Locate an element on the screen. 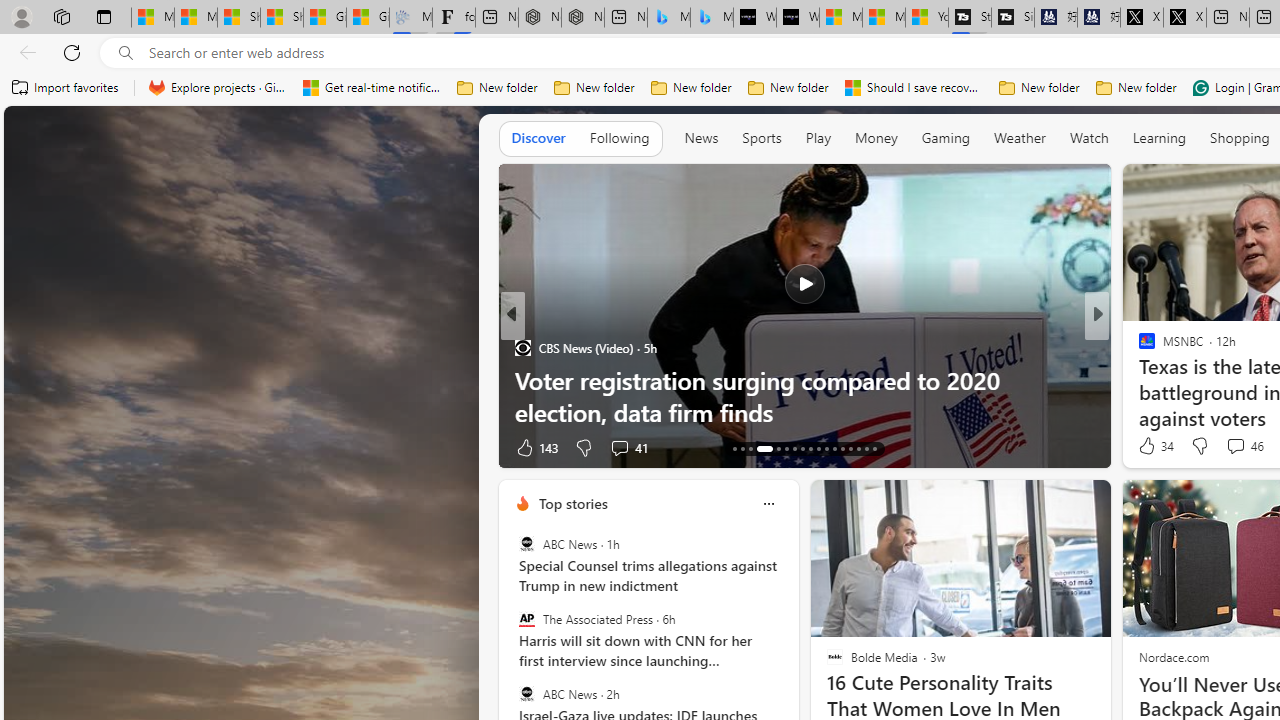 The image size is (1280, 720). 'AutomationID: tab-25' is located at coordinates (842, 447).